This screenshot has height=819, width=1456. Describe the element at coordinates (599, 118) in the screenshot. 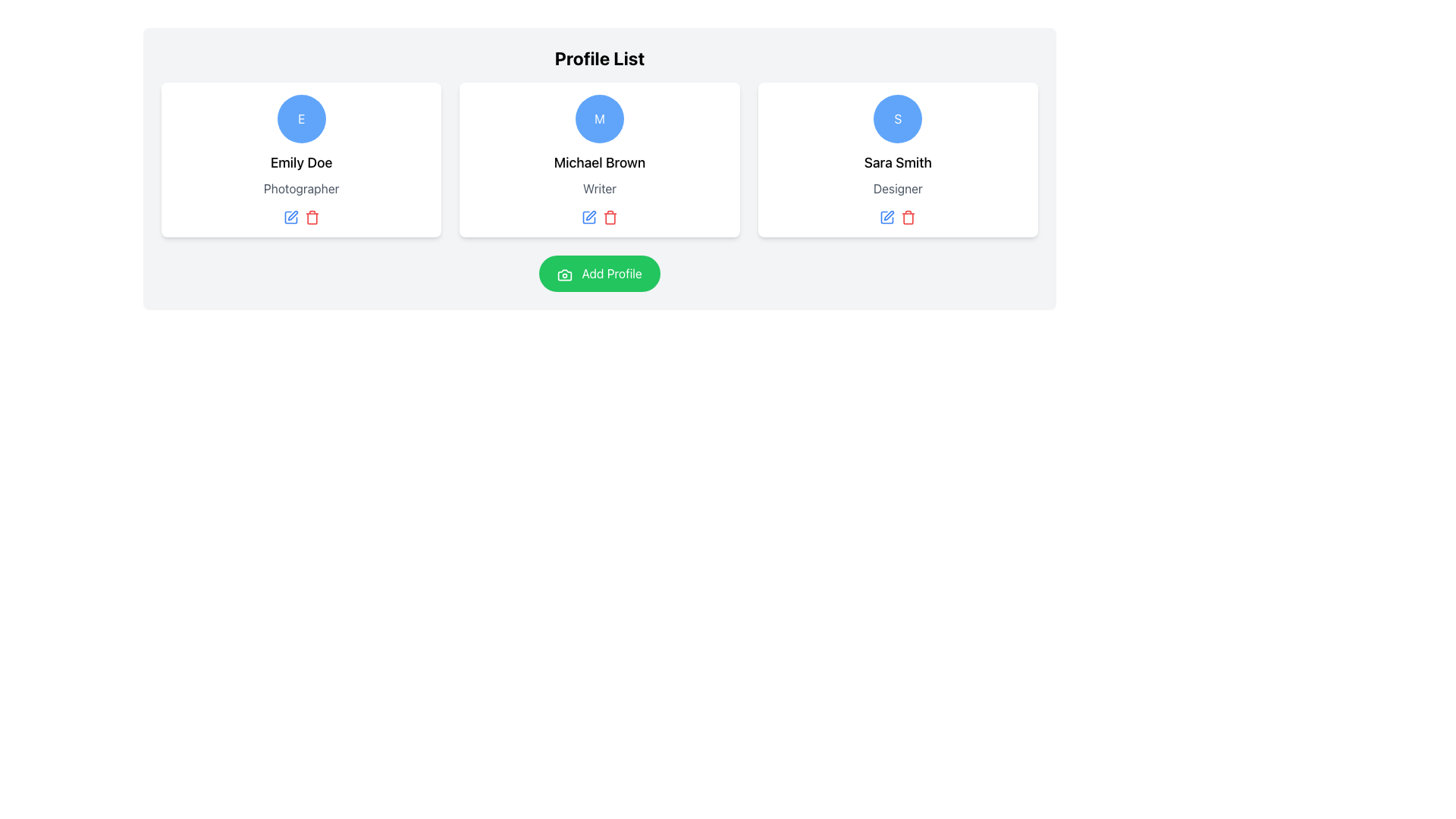

I see `the Circular Initial Badge with a light blue background and white 'M' text, located at the top center of Michael Brown's profile card` at that location.